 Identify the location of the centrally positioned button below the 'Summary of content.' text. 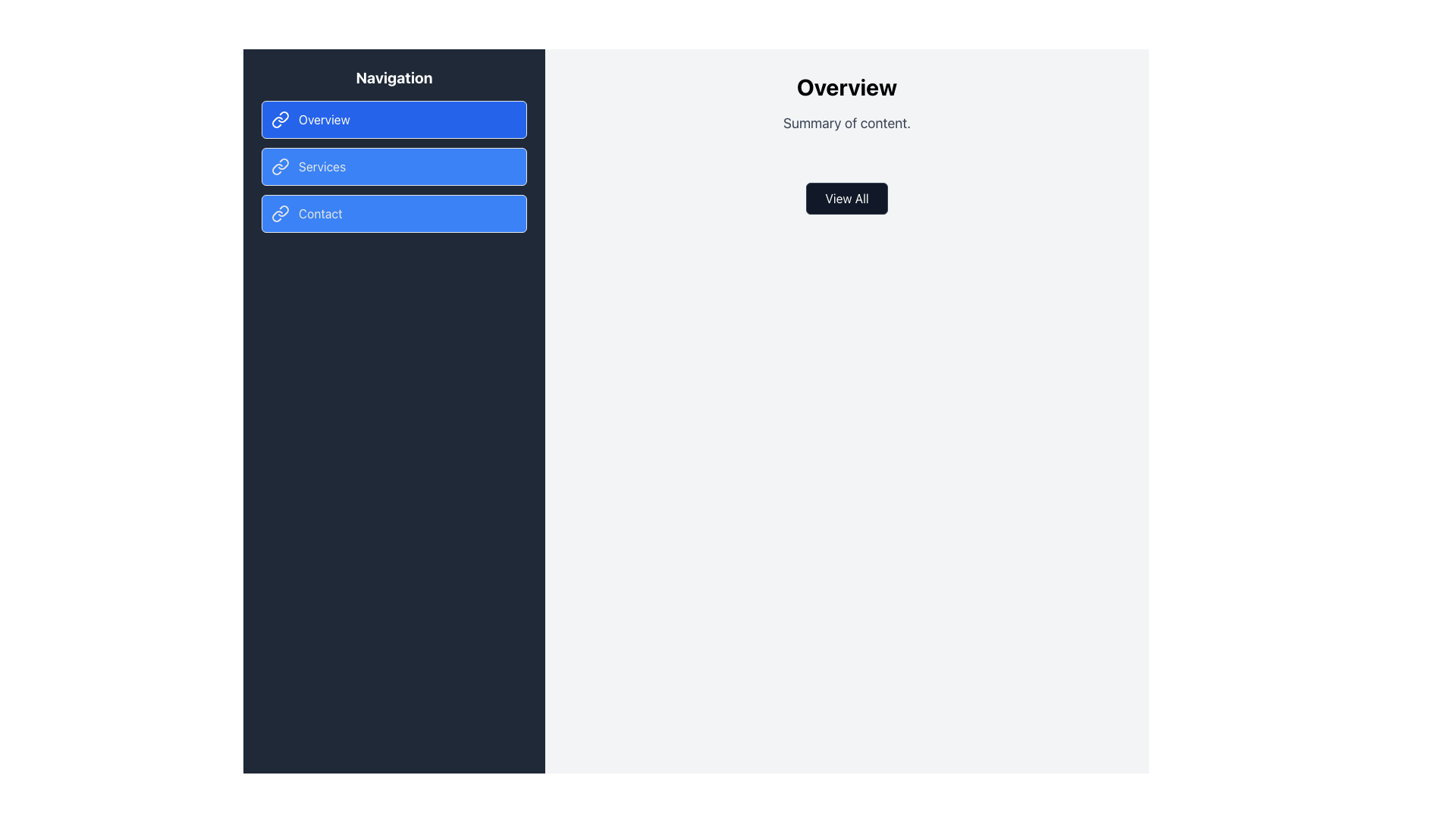
(846, 198).